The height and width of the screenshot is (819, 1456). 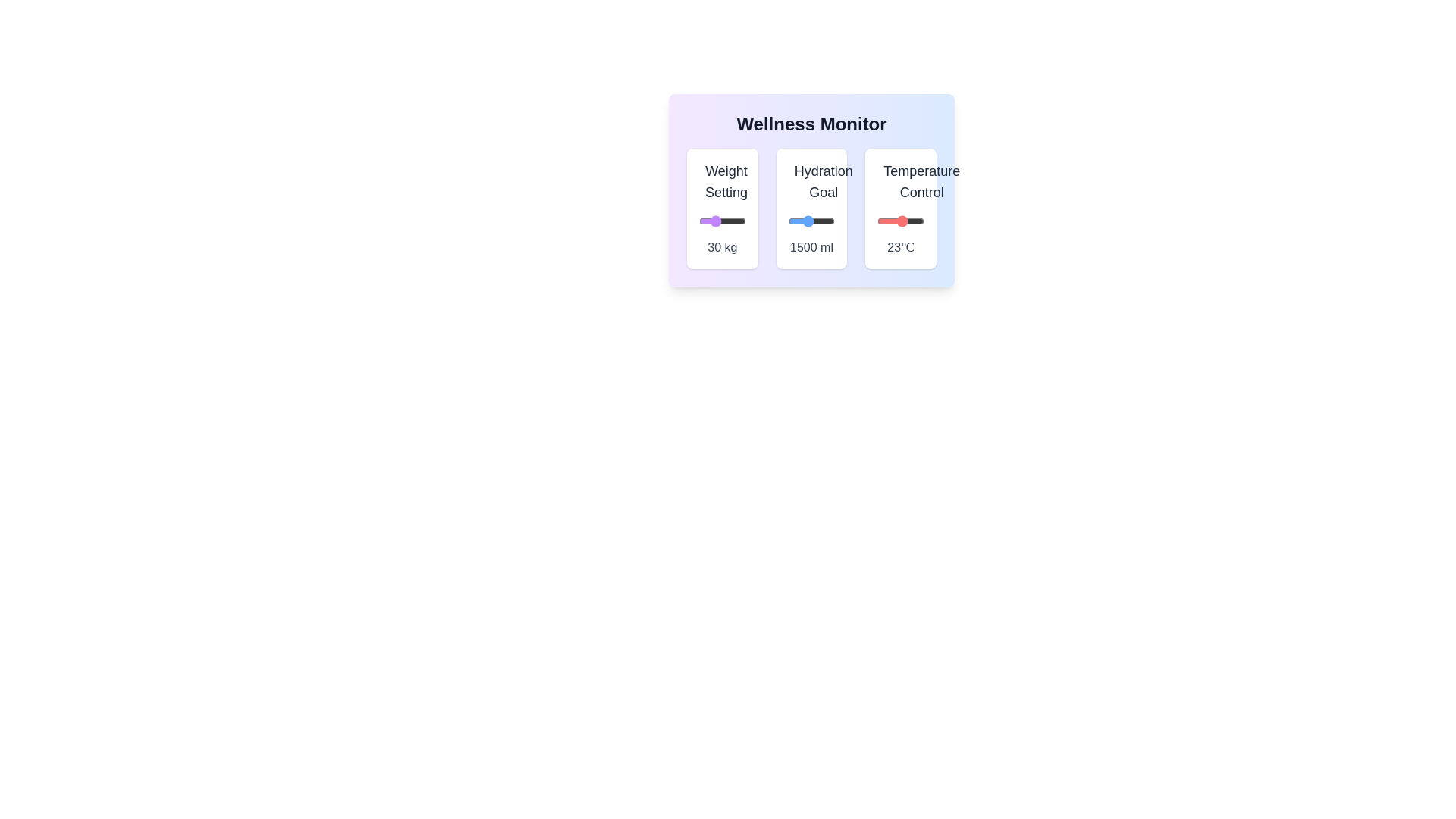 What do you see at coordinates (886, 180) in the screenshot?
I see `the internal part of the thermometer graphic, which is a subcomponent of the SVG icon representing temperature control, located to the left of the 'Temperature Control' text in the 'Wellness Monitor' interface` at bounding box center [886, 180].